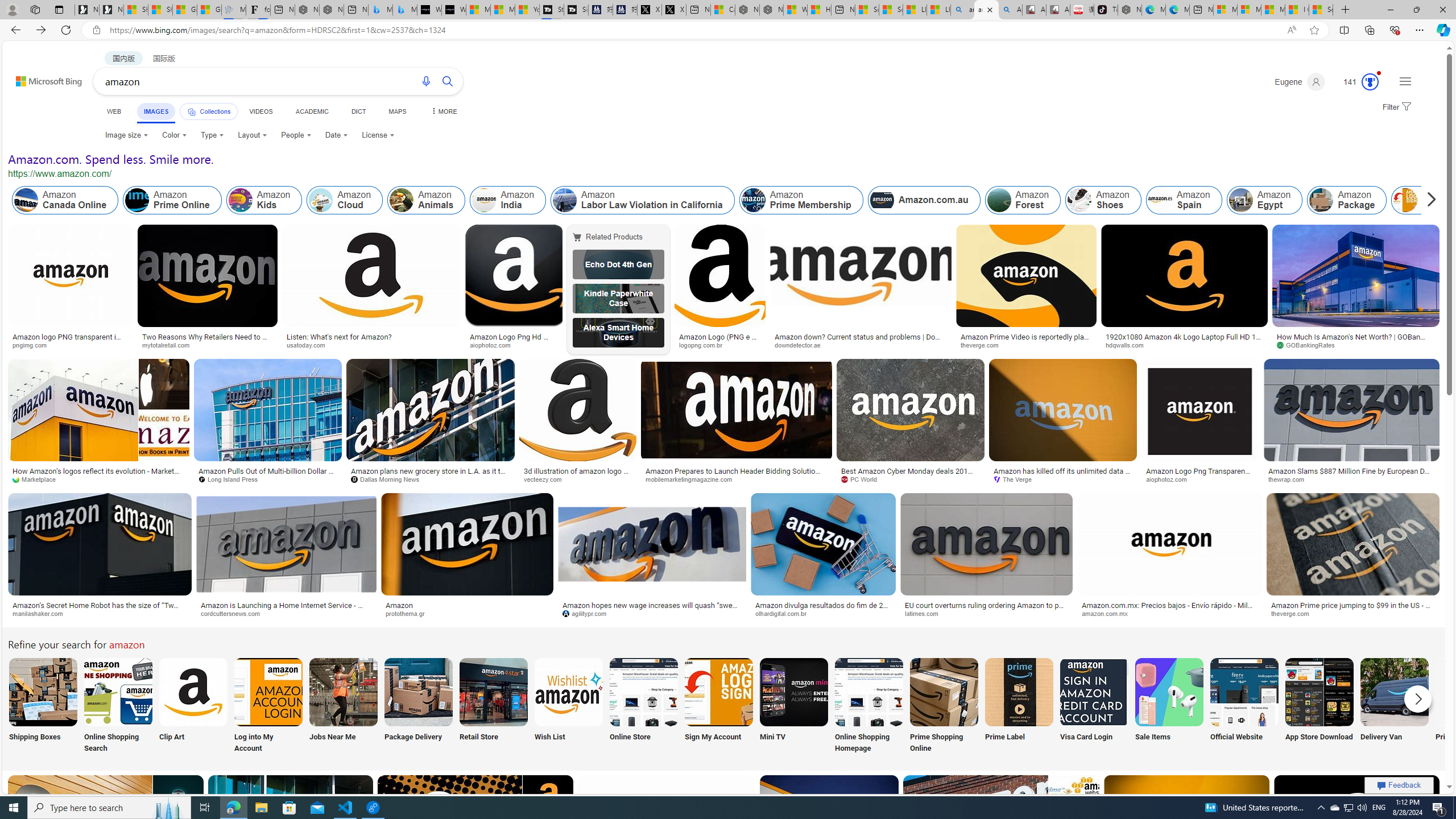 The width and height of the screenshot is (1456, 819). What do you see at coordinates (371, 344) in the screenshot?
I see `'usatoday.com'` at bounding box center [371, 344].